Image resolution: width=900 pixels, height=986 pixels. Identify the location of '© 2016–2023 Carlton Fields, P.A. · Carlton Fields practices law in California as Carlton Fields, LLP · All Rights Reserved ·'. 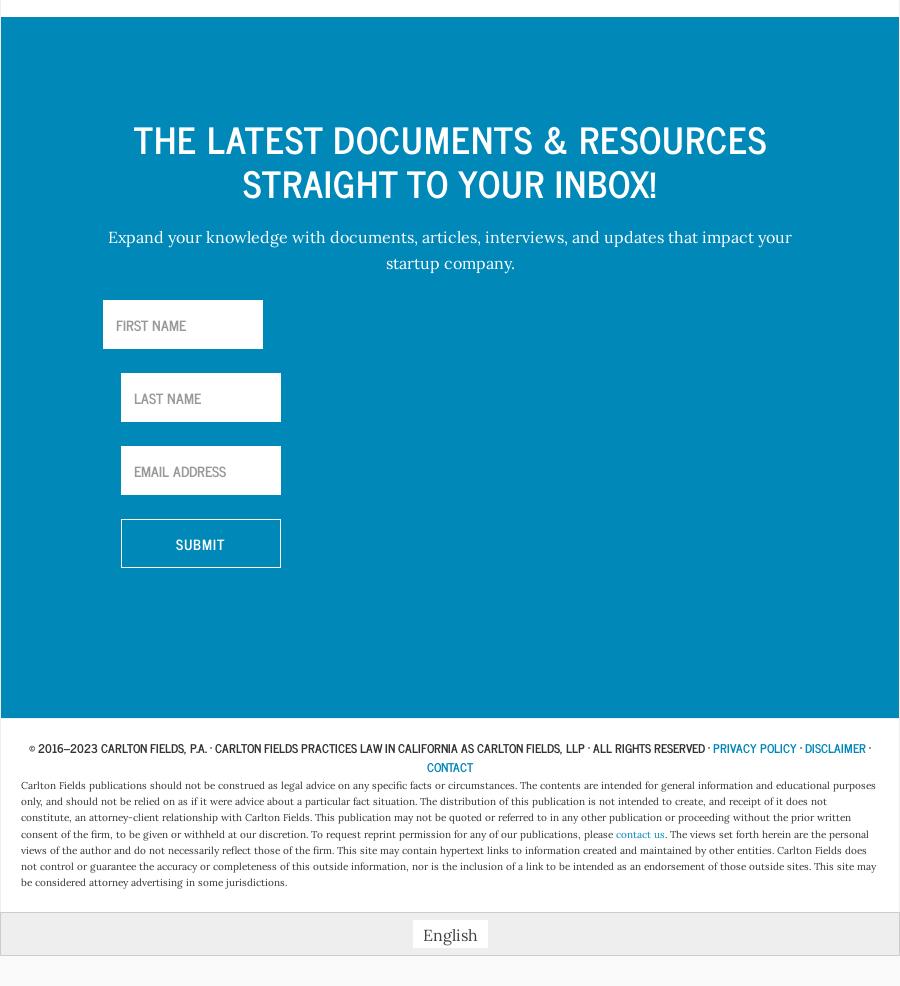
(370, 746).